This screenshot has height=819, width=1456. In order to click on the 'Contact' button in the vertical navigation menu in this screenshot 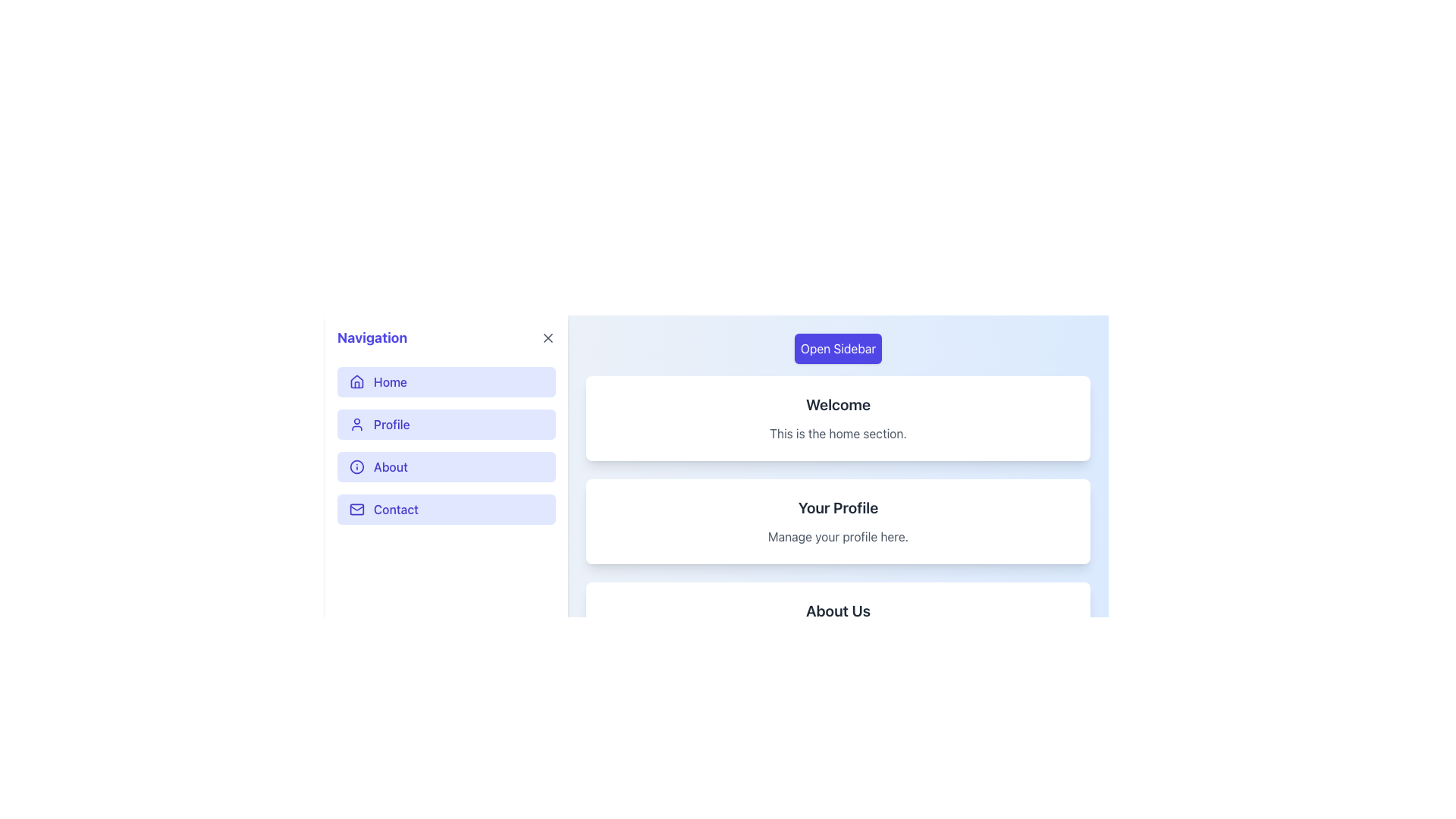, I will do `click(446, 509)`.